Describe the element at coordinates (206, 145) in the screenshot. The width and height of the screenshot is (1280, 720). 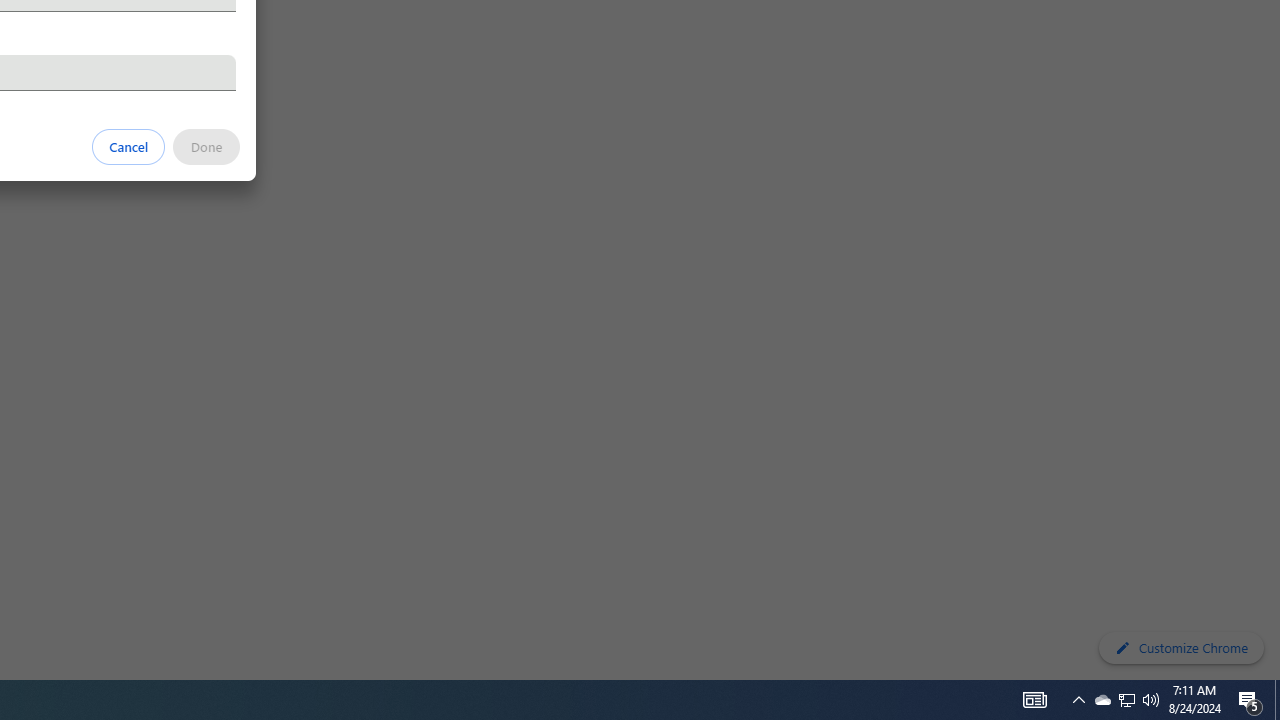
I see `'Done'` at that location.